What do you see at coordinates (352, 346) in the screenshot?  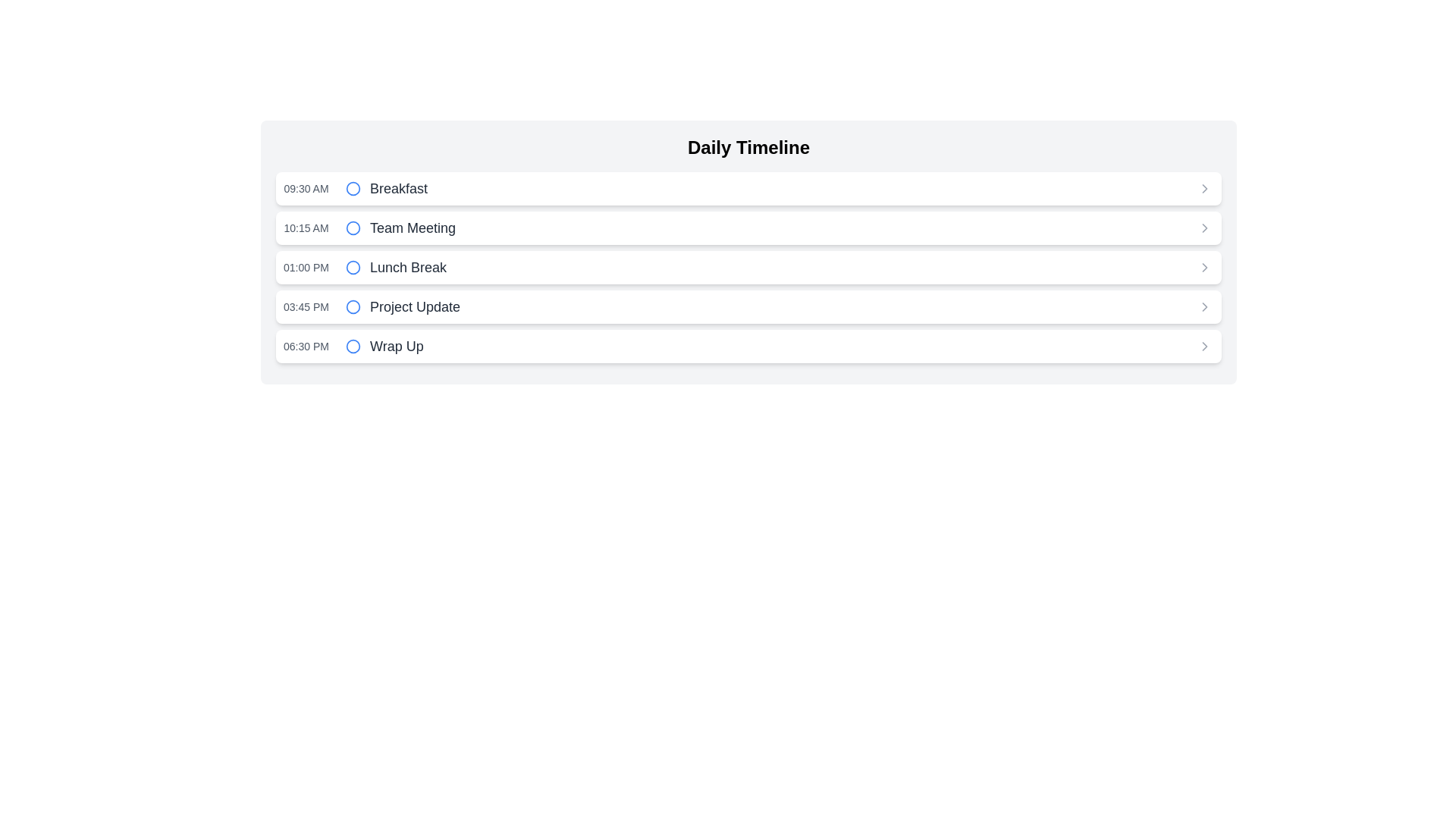 I see `the Circle icon within the SVG element, which acts as an interactive marker in a timeline or list interface` at bounding box center [352, 346].